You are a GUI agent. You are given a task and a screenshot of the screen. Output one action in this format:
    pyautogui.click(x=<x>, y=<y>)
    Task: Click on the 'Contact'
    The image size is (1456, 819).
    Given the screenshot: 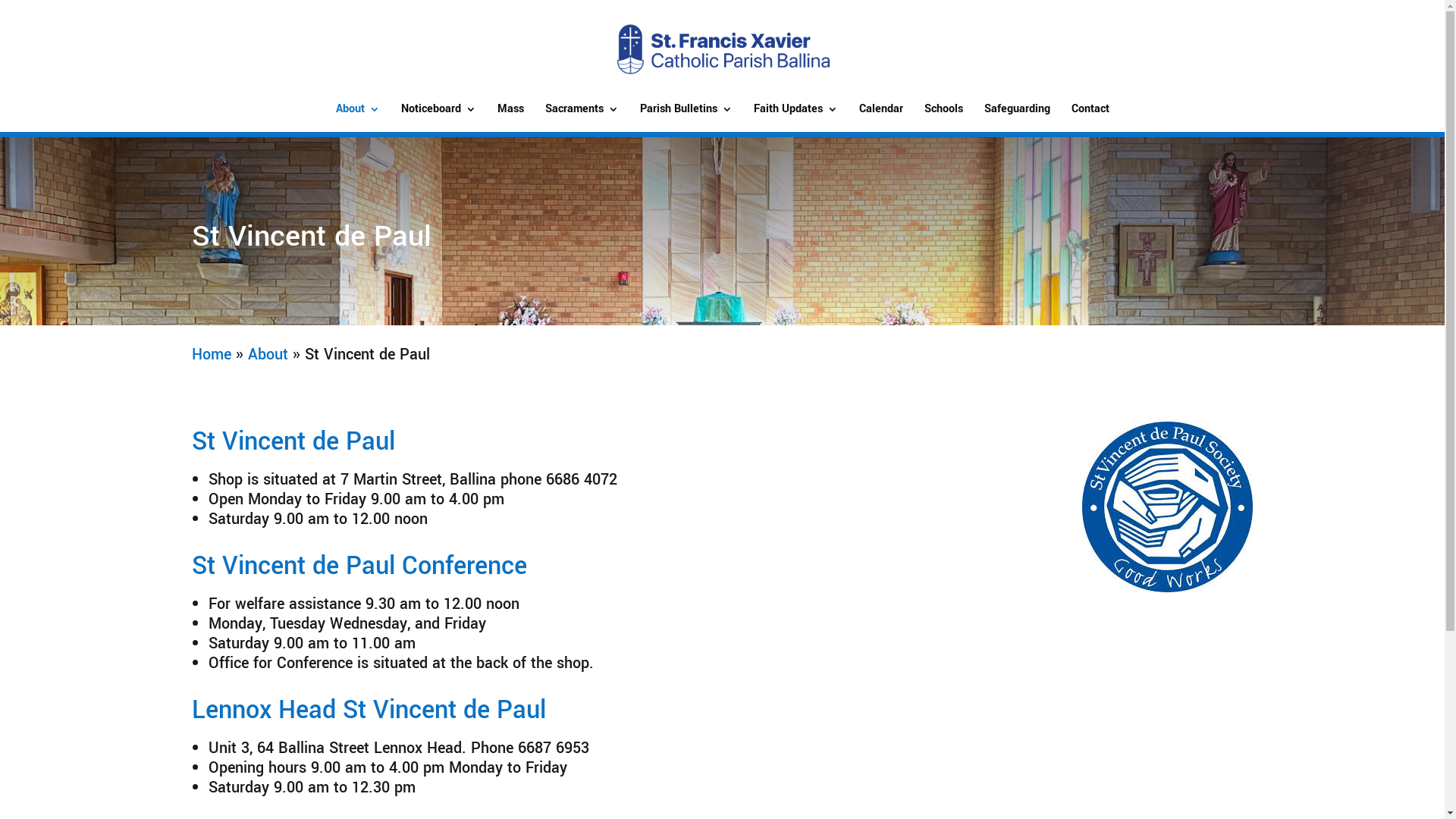 What is the action you would take?
    pyautogui.click(x=1069, y=117)
    